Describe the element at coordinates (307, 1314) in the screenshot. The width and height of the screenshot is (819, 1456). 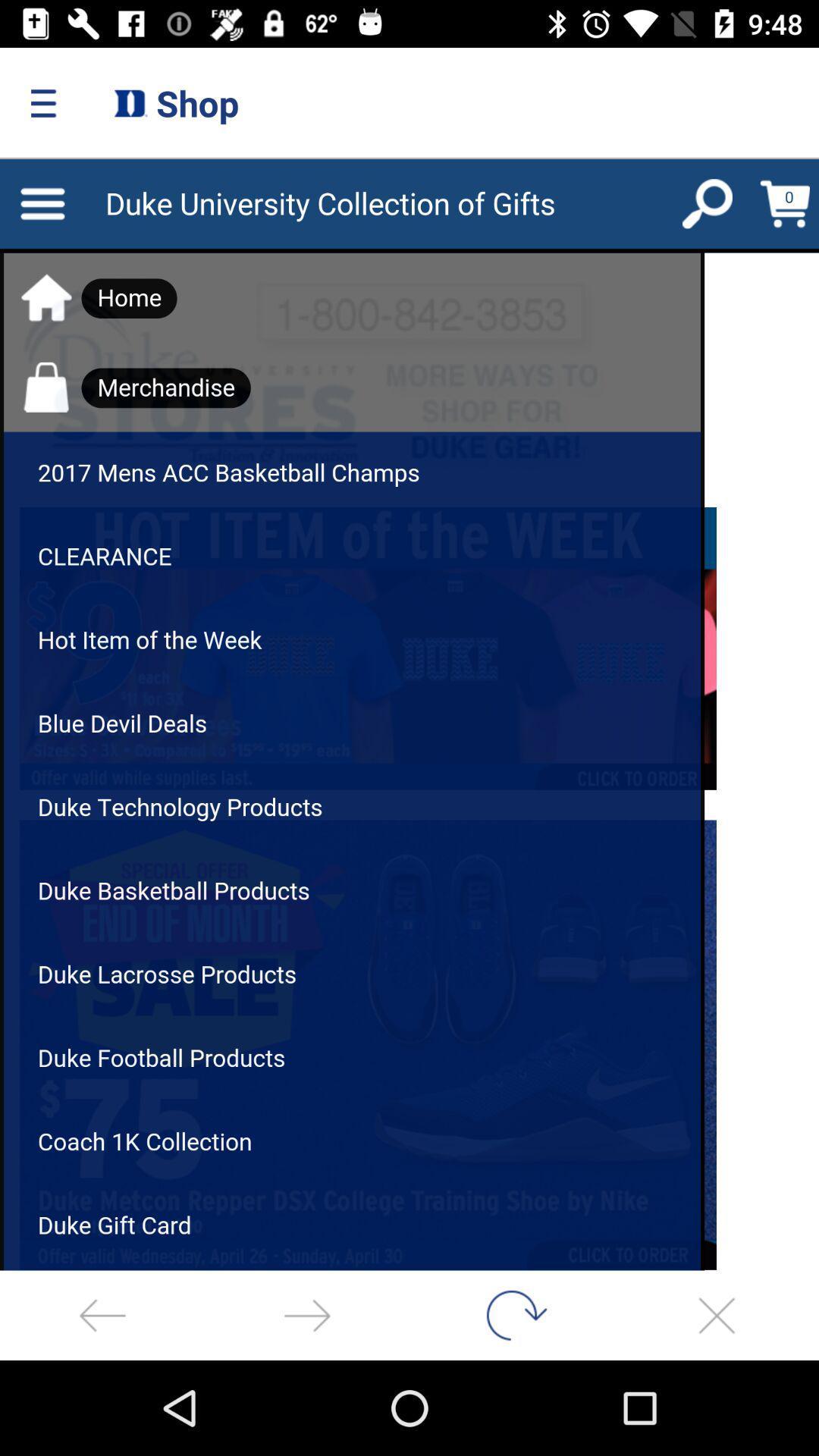
I see `next page` at that location.